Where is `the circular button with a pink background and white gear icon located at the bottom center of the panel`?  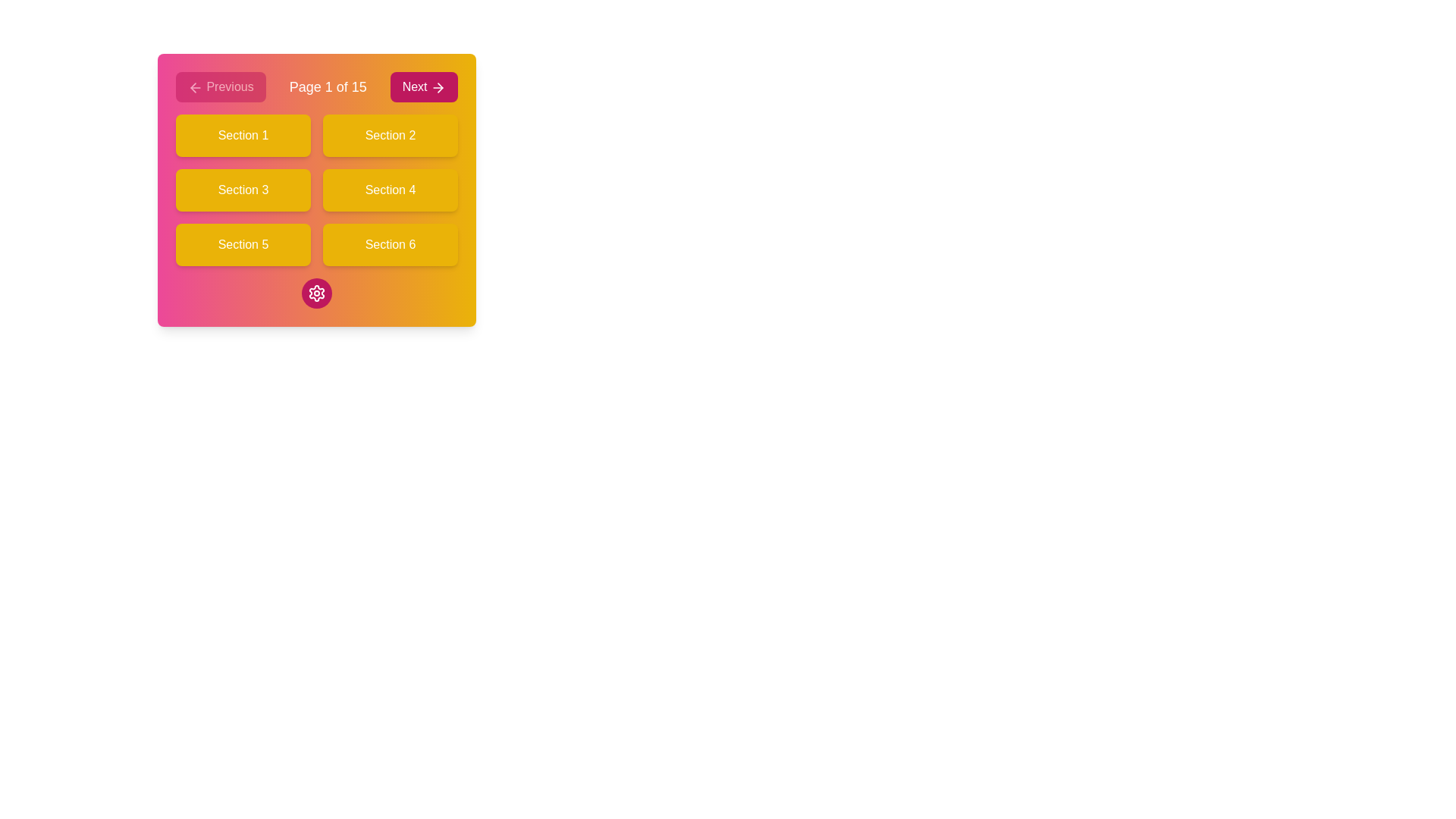
the circular button with a pink background and white gear icon located at the bottom center of the panel is located at coordinates (315, 293).